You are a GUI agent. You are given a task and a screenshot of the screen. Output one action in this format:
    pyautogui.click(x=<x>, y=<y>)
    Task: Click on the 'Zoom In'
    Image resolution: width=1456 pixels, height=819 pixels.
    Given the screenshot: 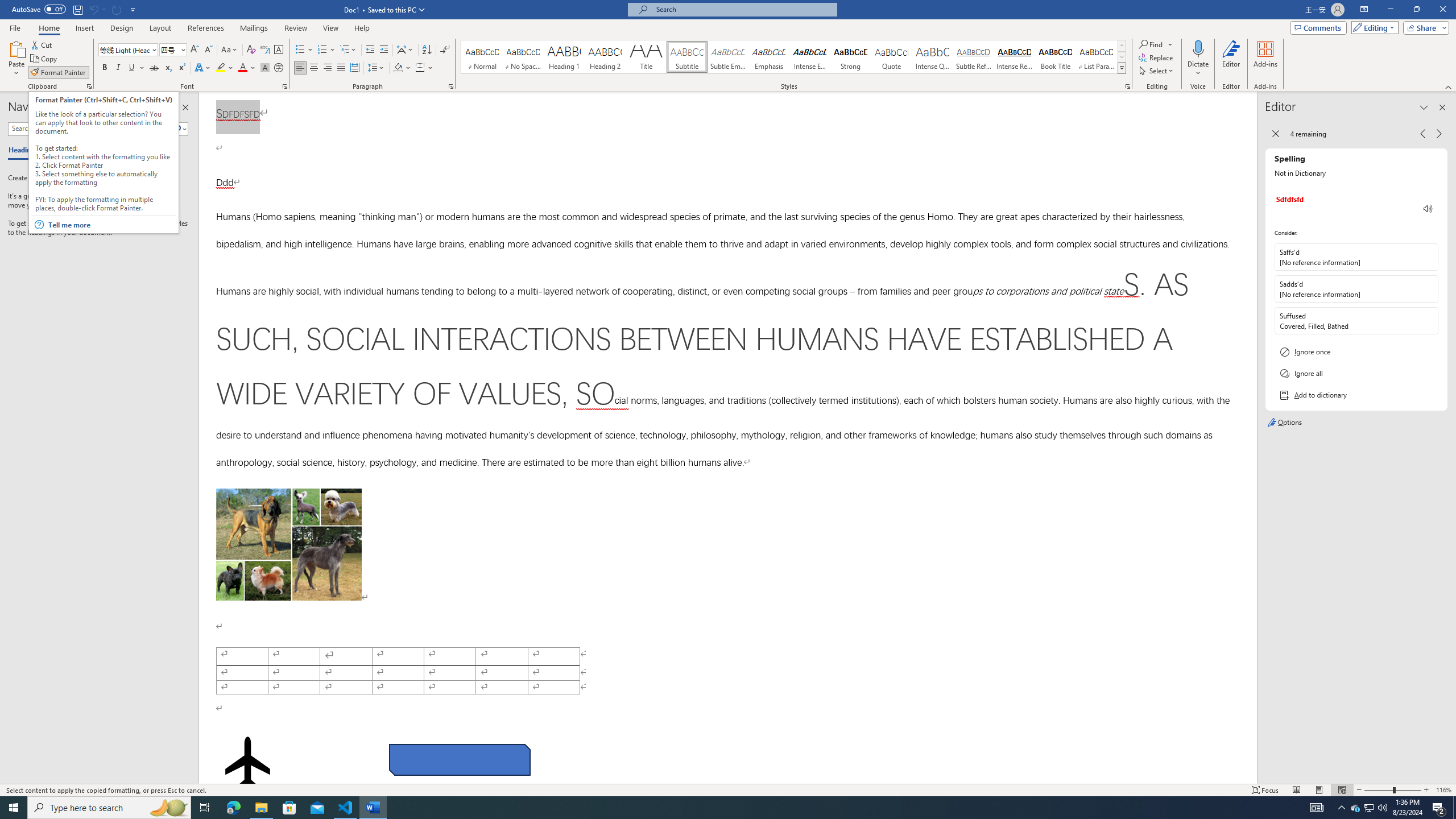 What is the action you would take?
    pyautogui.click(x=1426, y=790)
    